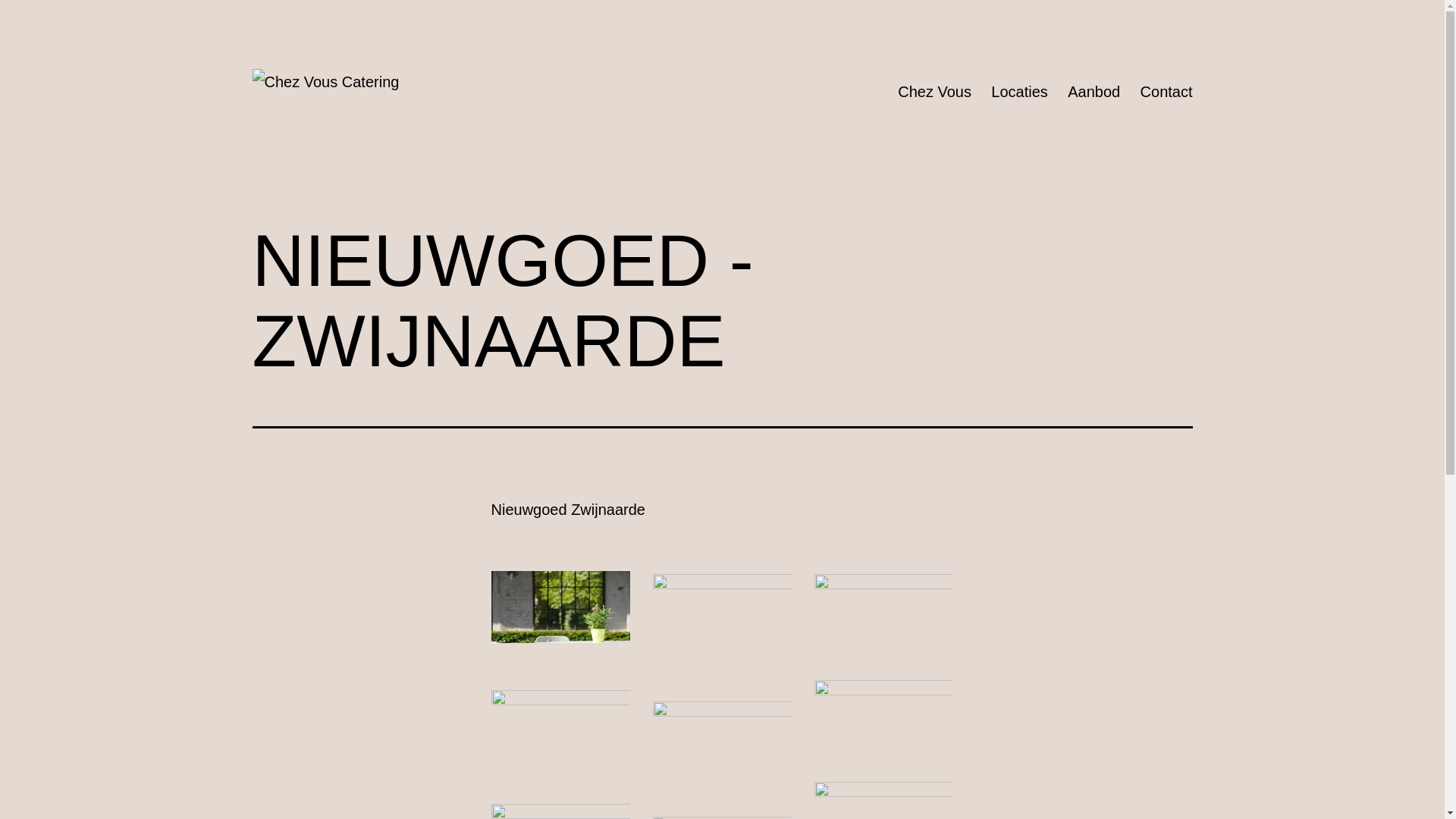 Image resolution: width=1456 pixels, height=819 pixels. What do you see at coordinates (1165, 92) in the screenshot?
I see `'Contact'` at bounding box center [1165, 92].